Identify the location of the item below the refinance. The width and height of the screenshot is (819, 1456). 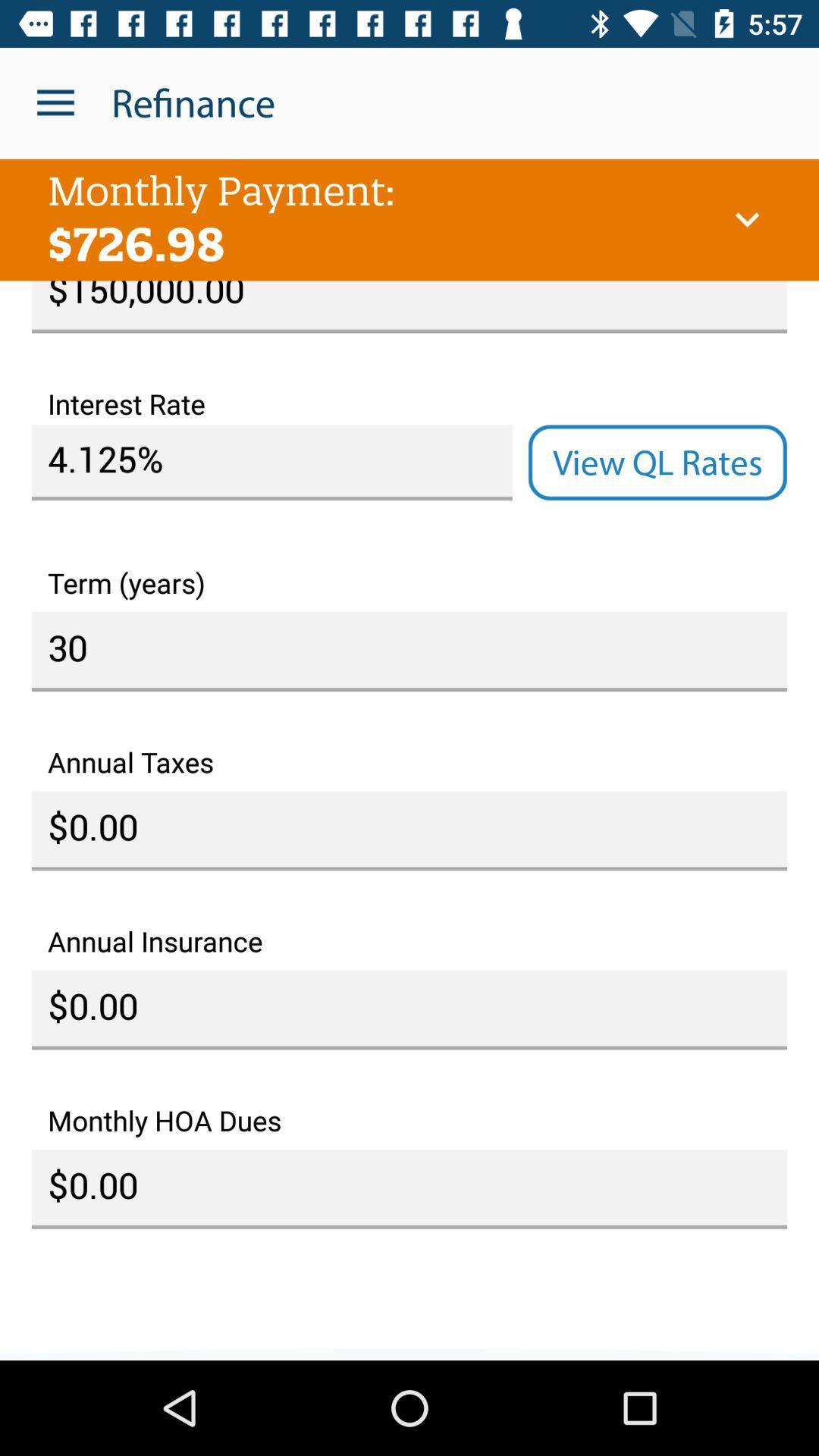
(746, 219).